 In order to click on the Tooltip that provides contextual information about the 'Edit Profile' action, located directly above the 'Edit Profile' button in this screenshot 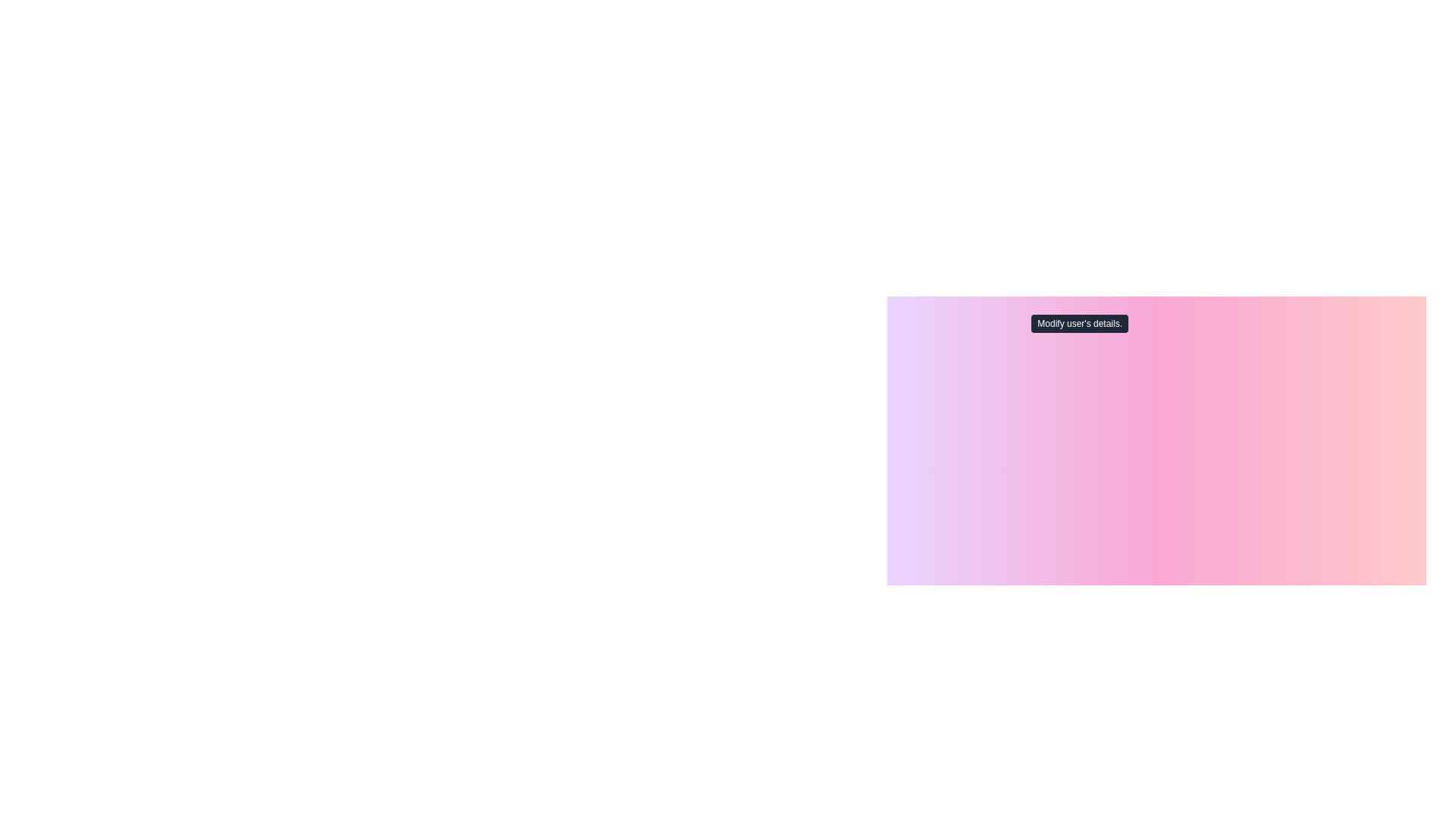, I will do `click(1079, 323)`.